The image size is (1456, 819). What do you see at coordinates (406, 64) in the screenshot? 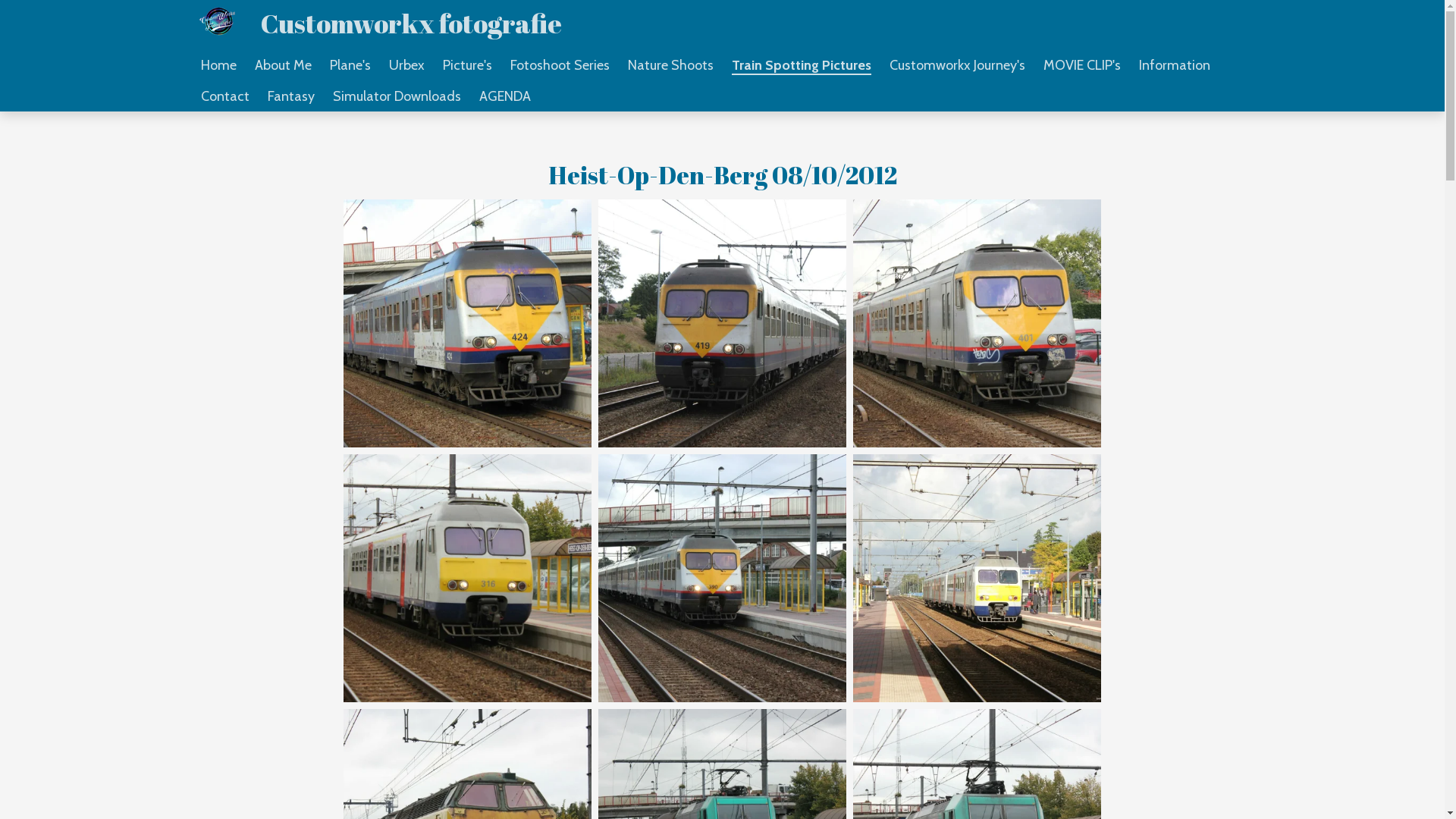
I see `'Urbex'` at bounding box center [406, 64].